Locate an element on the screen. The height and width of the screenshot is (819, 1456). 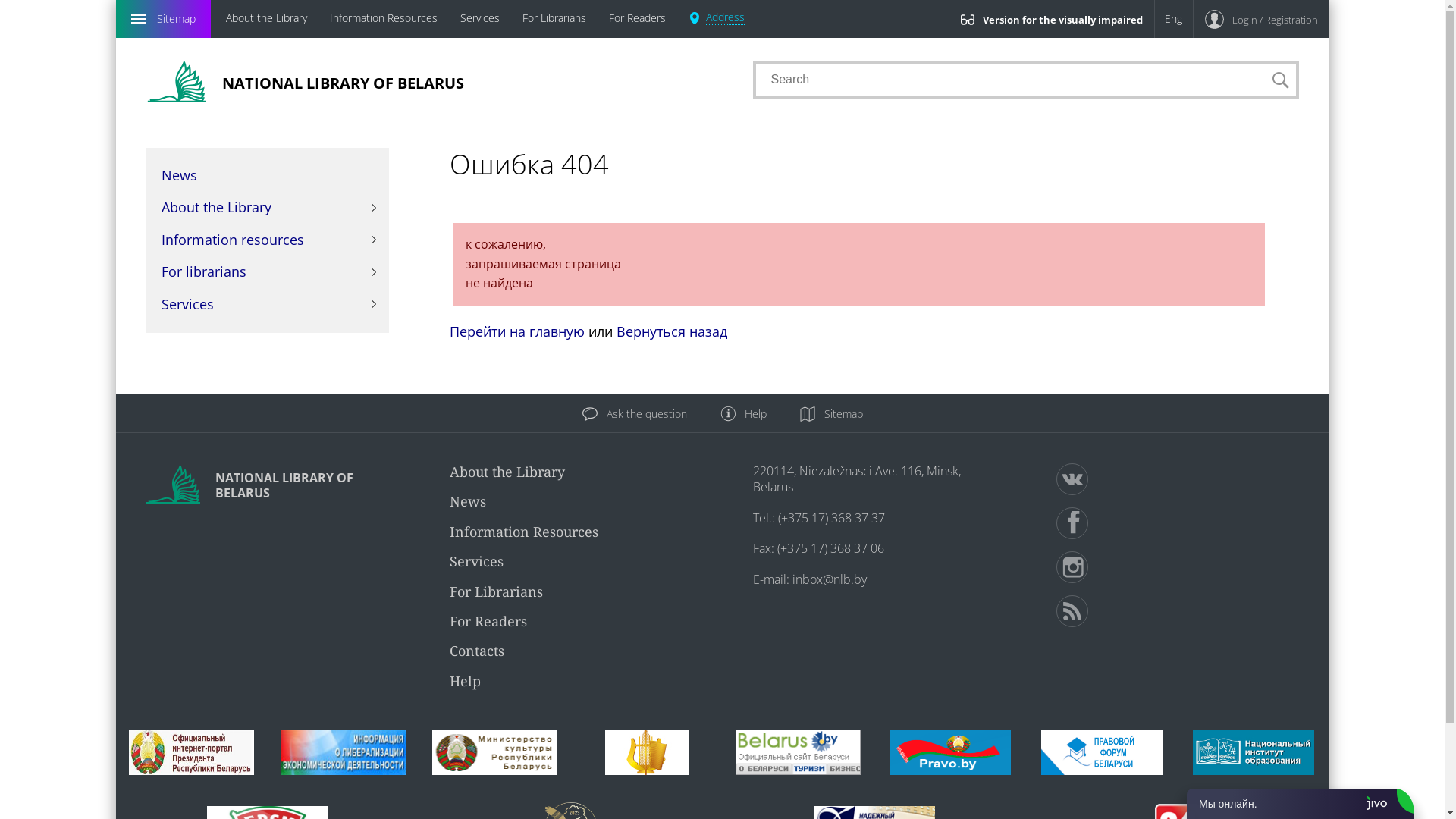
'Address' is located at coordinates (716, 18).